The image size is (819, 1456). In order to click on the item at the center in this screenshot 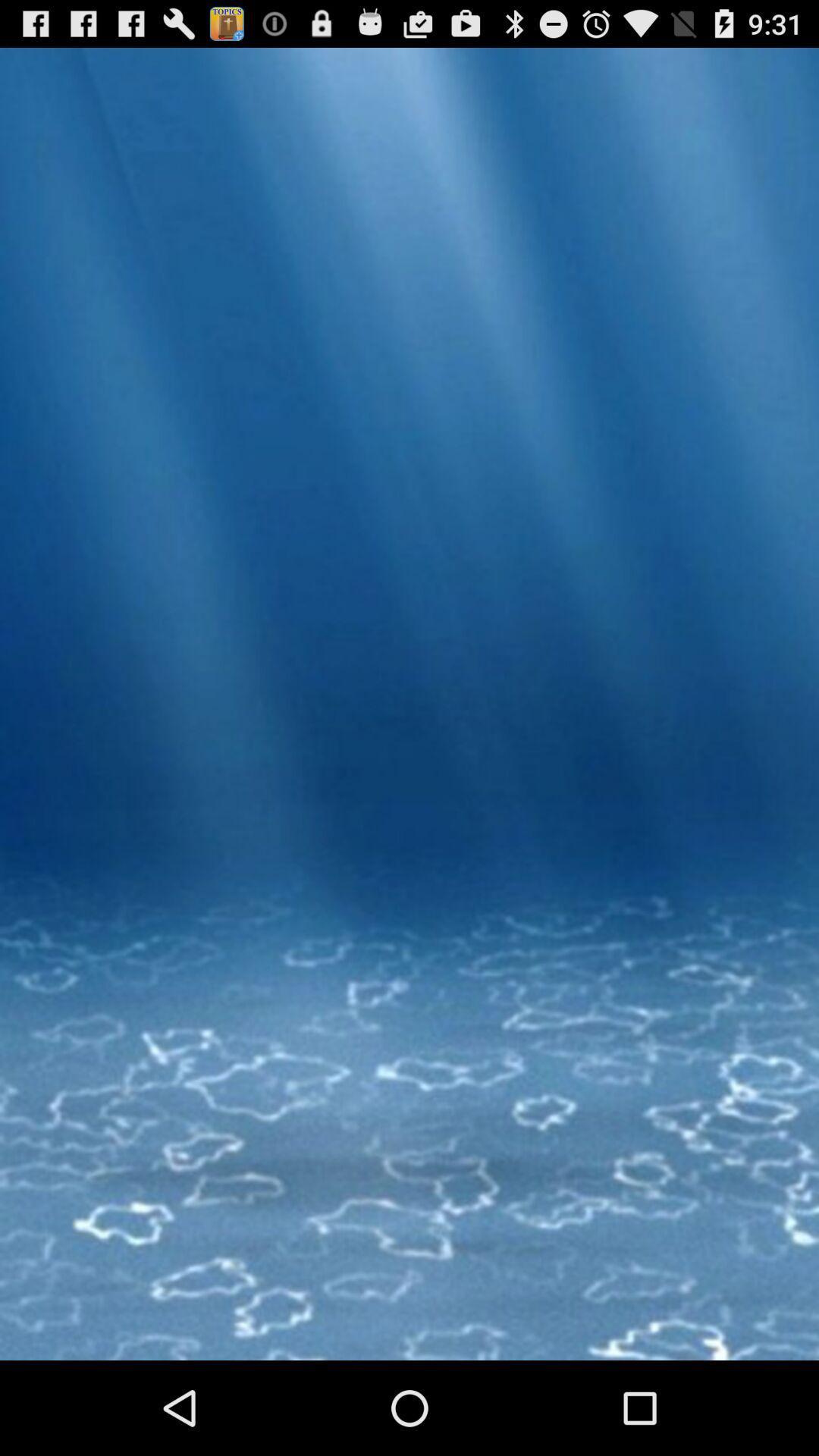, I will do `click(409, 764)`.